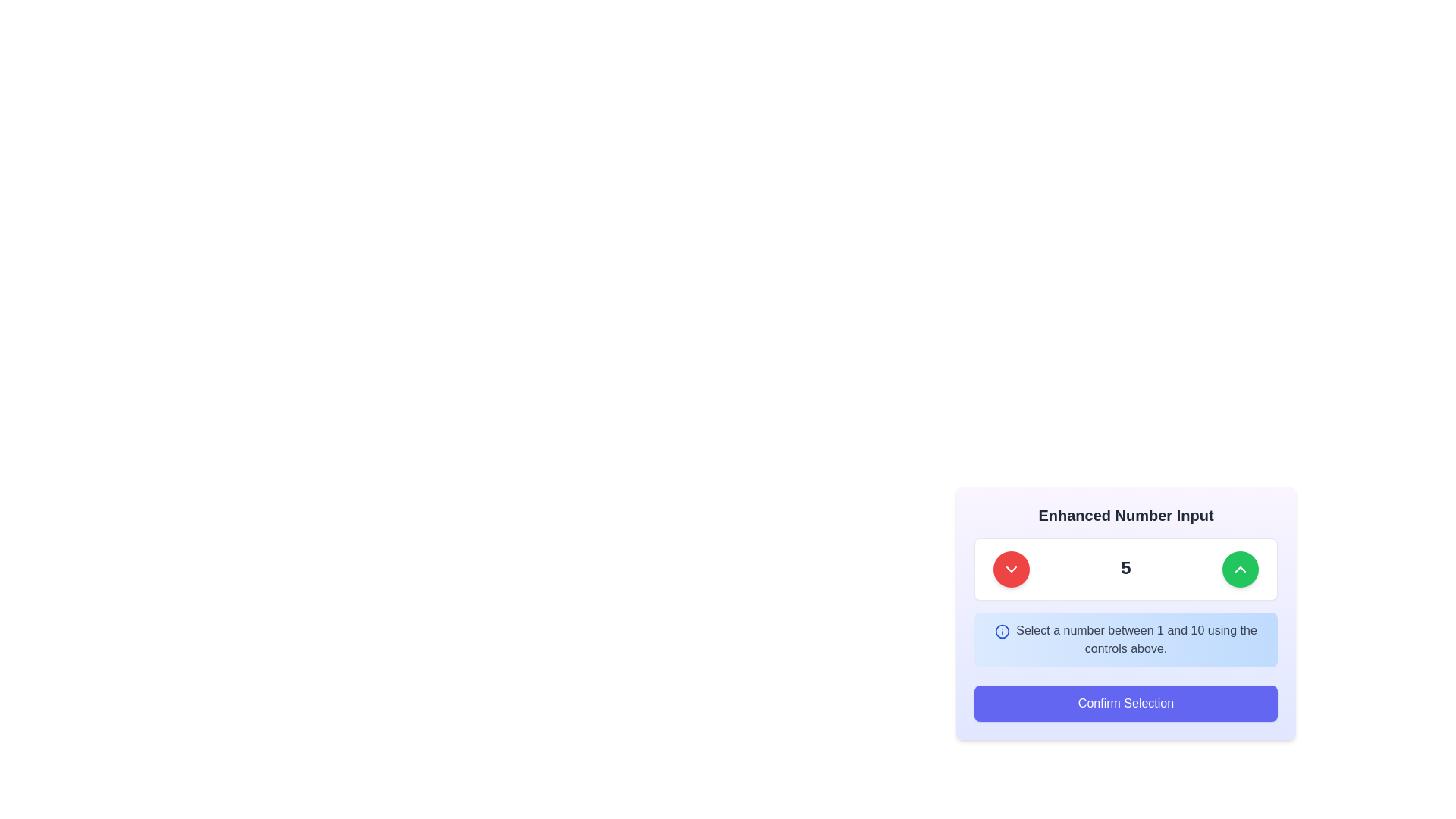 Image resolution: width=1456 pixels, height=819 pixels. Describe the element at coordinates (1241, 570) in the screenshot. I see `the increment button located to the right of the number '5' in the numeric input interface` at that location.